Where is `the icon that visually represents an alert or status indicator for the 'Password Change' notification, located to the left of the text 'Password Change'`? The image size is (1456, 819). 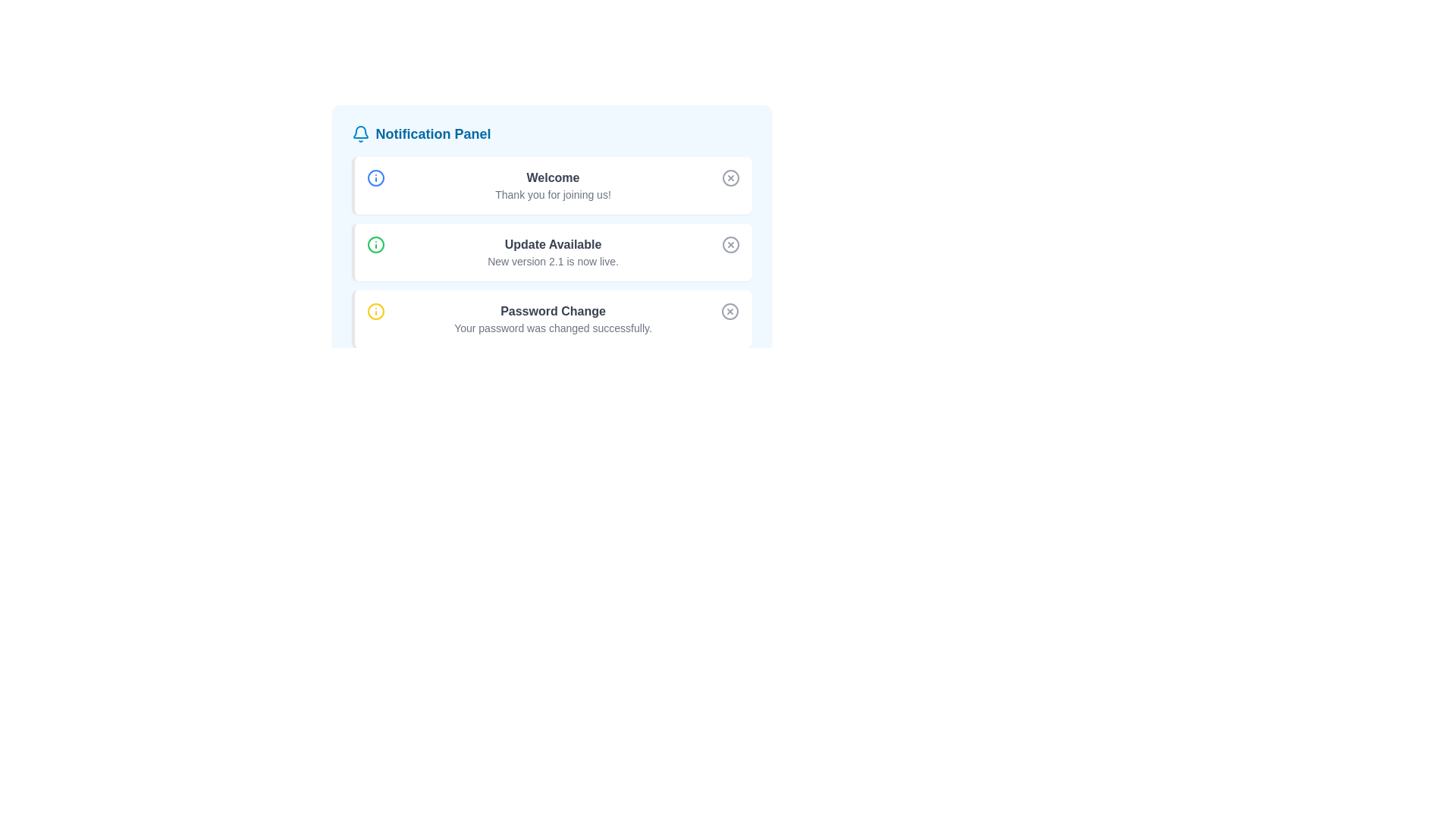
the icon that visually represents an alert or status indicator for the 'Password Change' notification, located to the left of the text 'Password Change' is located at coordinates (375, 311).